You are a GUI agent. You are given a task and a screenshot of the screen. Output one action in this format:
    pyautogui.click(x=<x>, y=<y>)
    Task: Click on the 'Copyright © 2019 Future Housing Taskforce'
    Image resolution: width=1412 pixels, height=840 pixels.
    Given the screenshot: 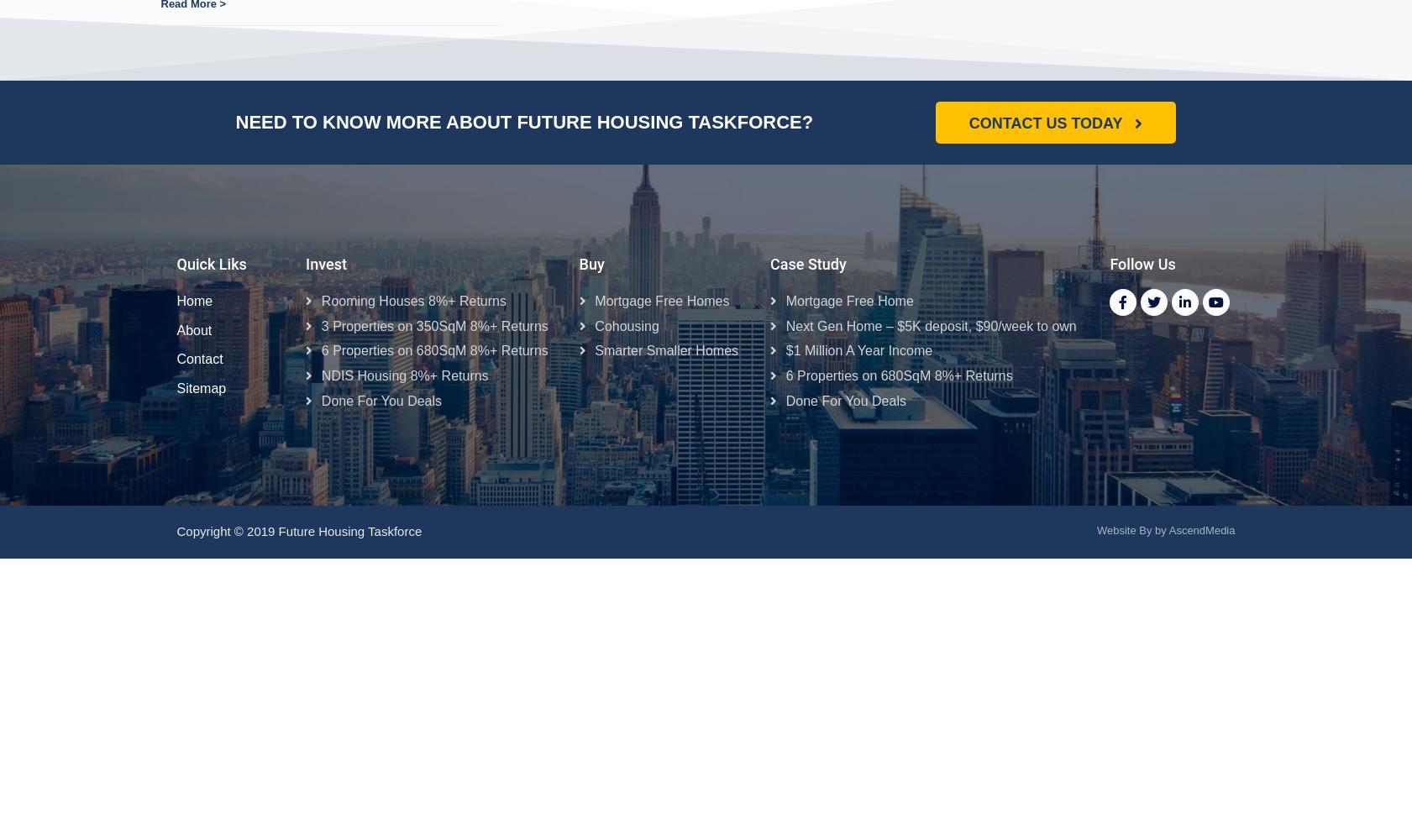 What is the action you would take?
    pyautogui.click(x=302, y=531)
    